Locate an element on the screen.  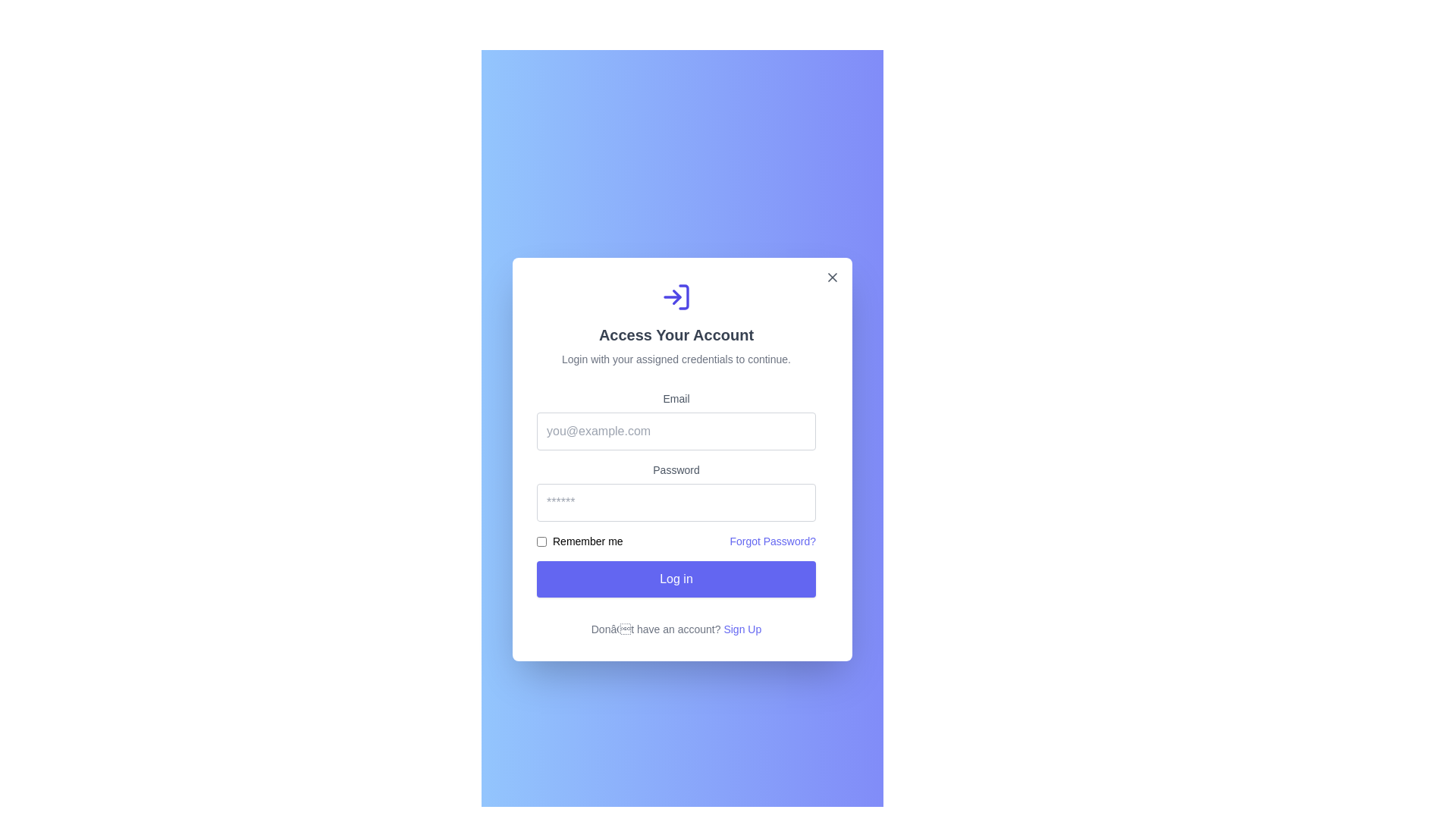
the 'Remember me' checkbox is located at coordinates (541, 540).